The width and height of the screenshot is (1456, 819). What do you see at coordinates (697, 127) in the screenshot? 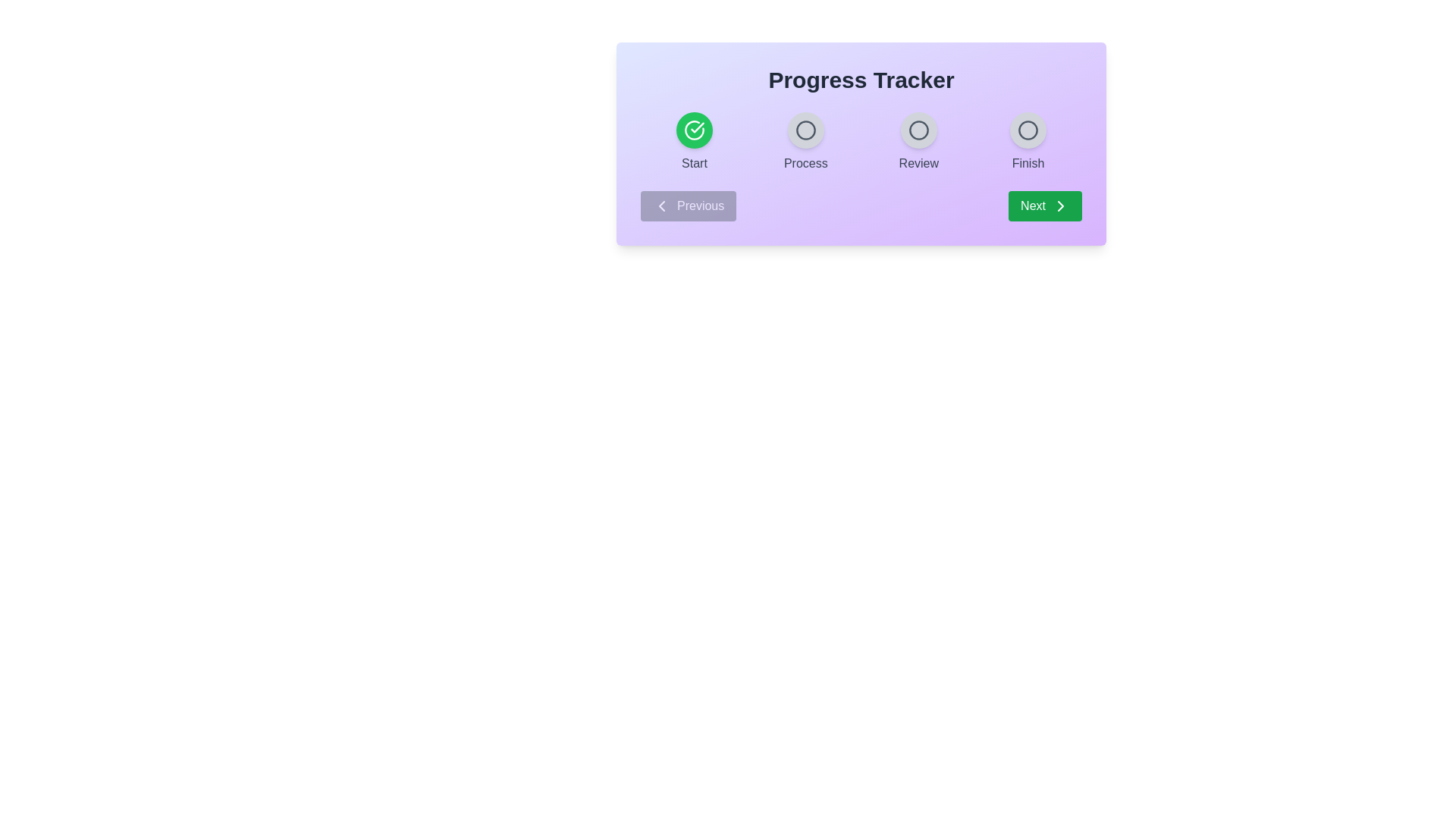
I see `the checkmark icon inside the green circular 'Start' icon of the progress tracker UI, which is the first step in the sequence` at bounding box center [697, 127].